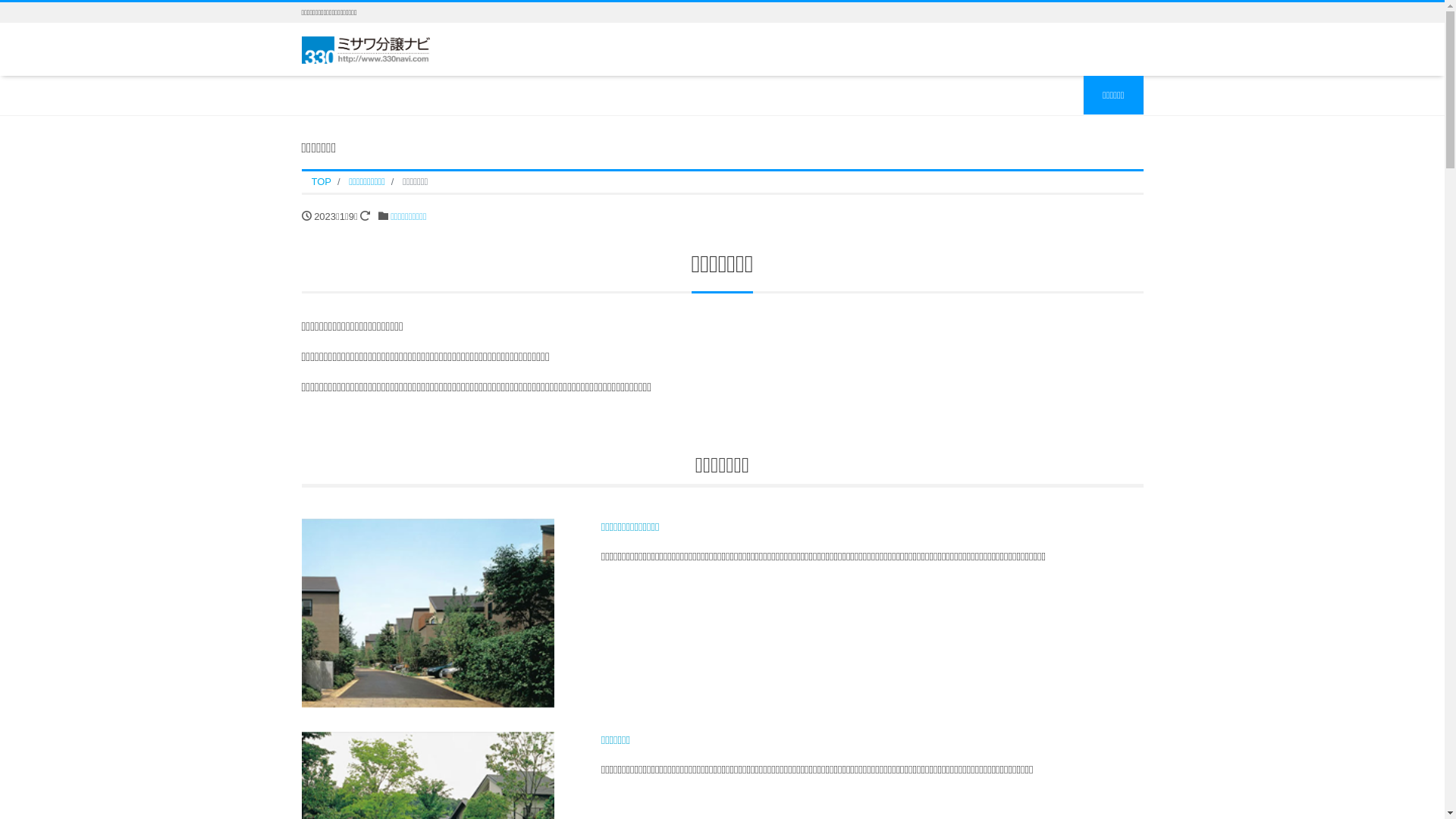 The image size is (1456, 819). What do you see at coordinates (306, 215) in the screenshot?
I see `' 2023/01/09 11:17'` at bounding box center [306, 215].